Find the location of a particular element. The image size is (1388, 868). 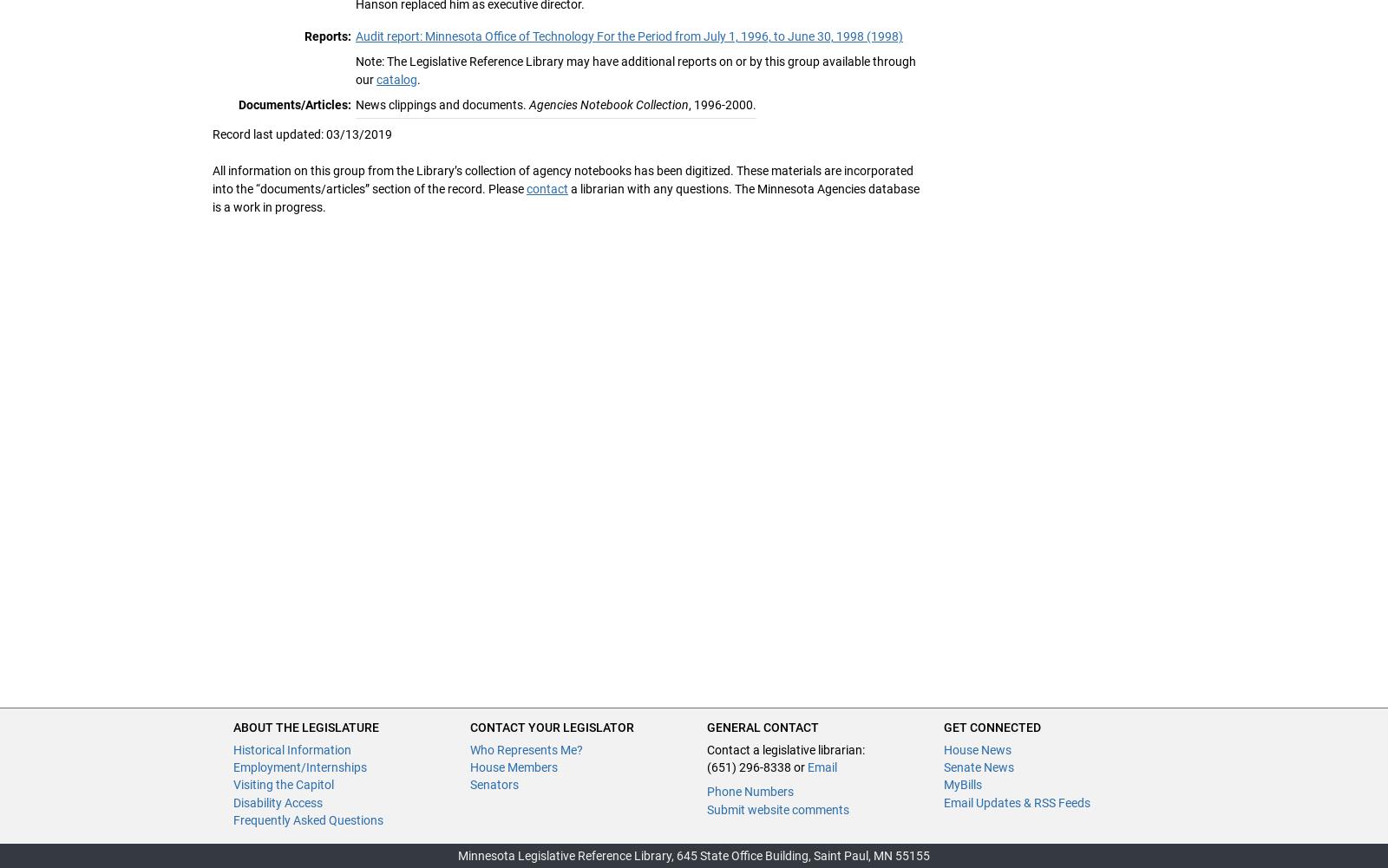

'(651) 296-8338' is located at coordinates (748, 766).